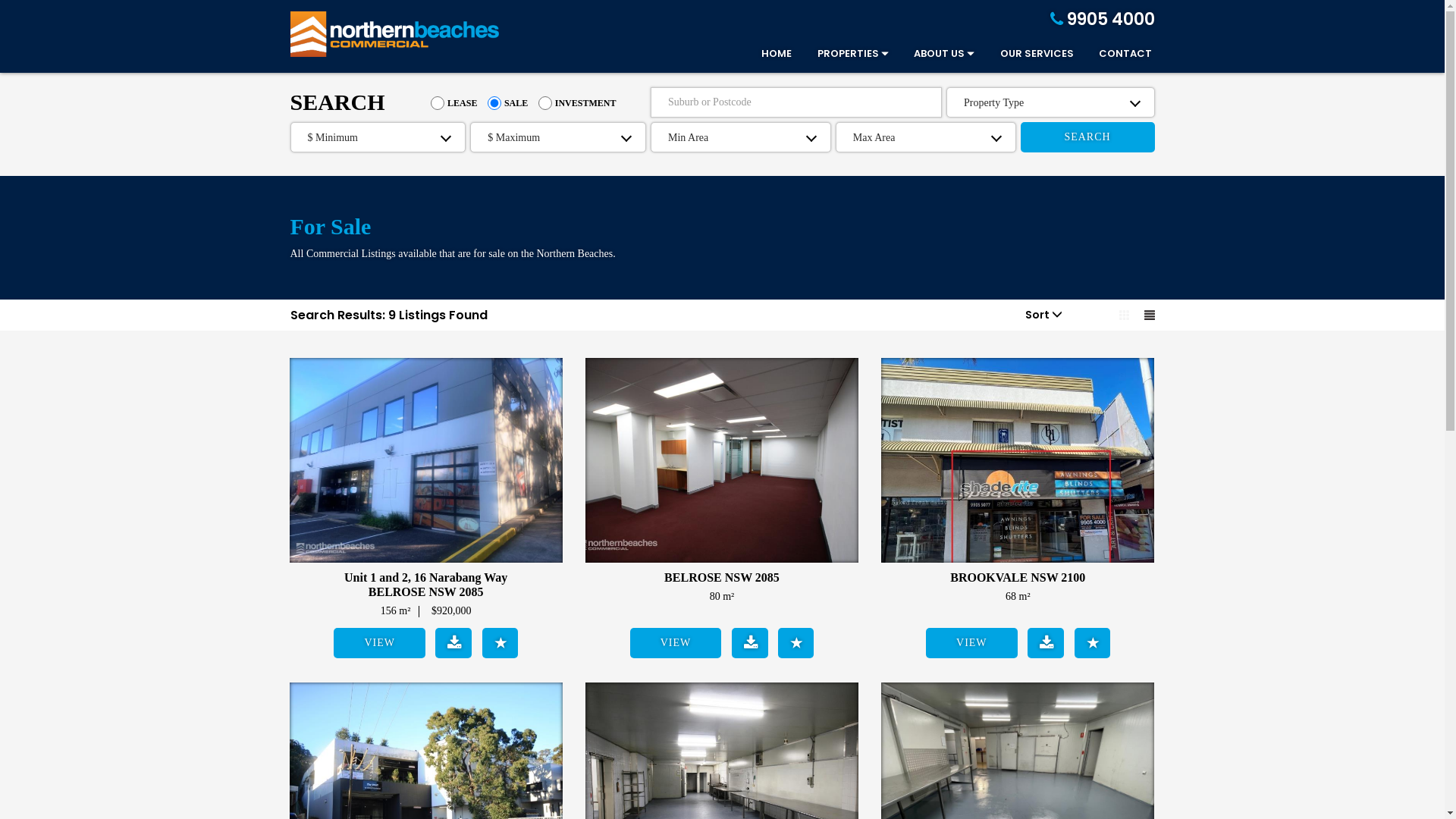 The height and width of the screenshot is (819, 1456). Describe the element at coordinates (379, 643) in the screenshot. I see `'VIEW'` at that location.